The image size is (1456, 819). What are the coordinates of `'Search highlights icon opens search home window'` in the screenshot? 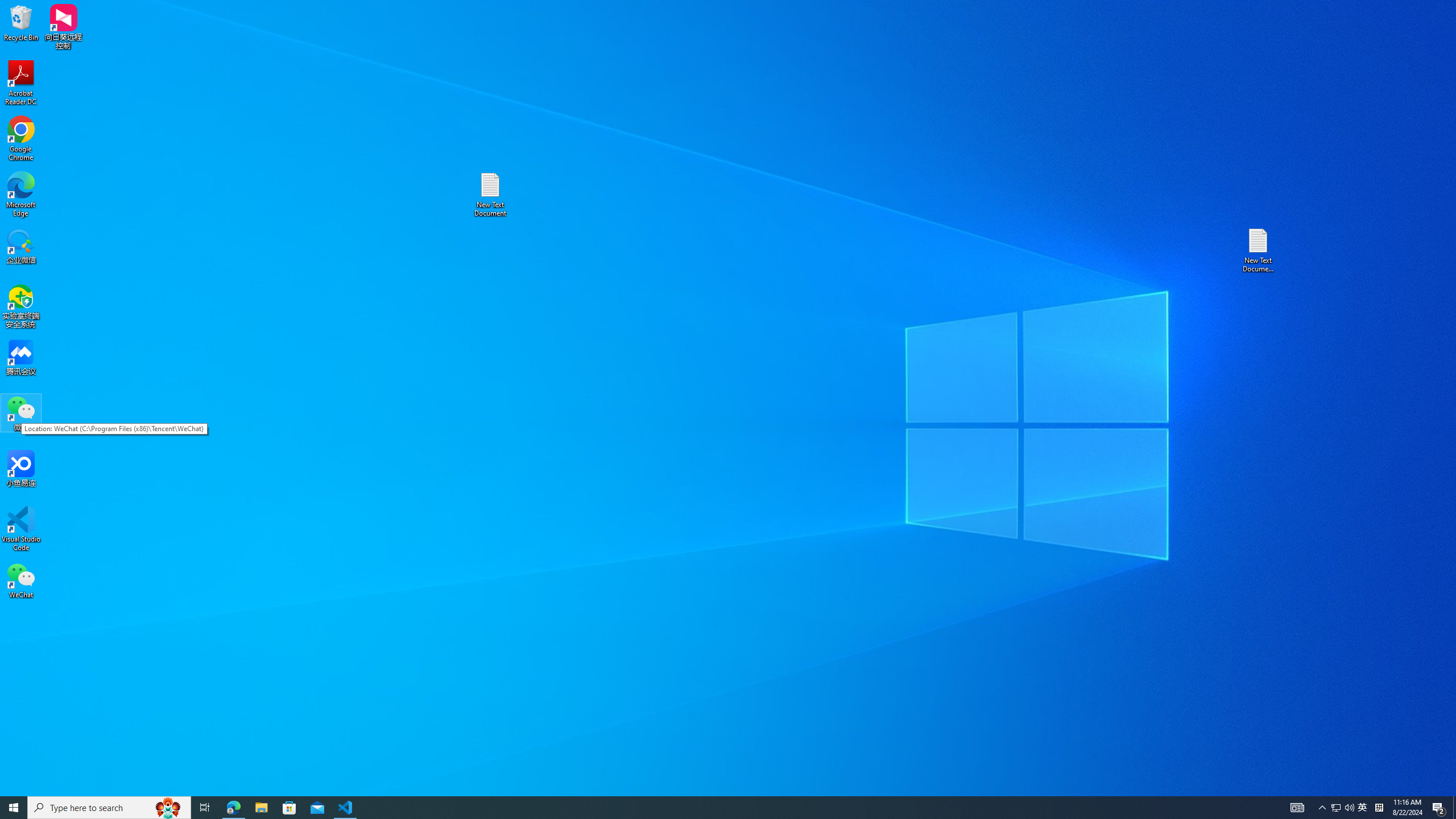 It's located at (167, 806).